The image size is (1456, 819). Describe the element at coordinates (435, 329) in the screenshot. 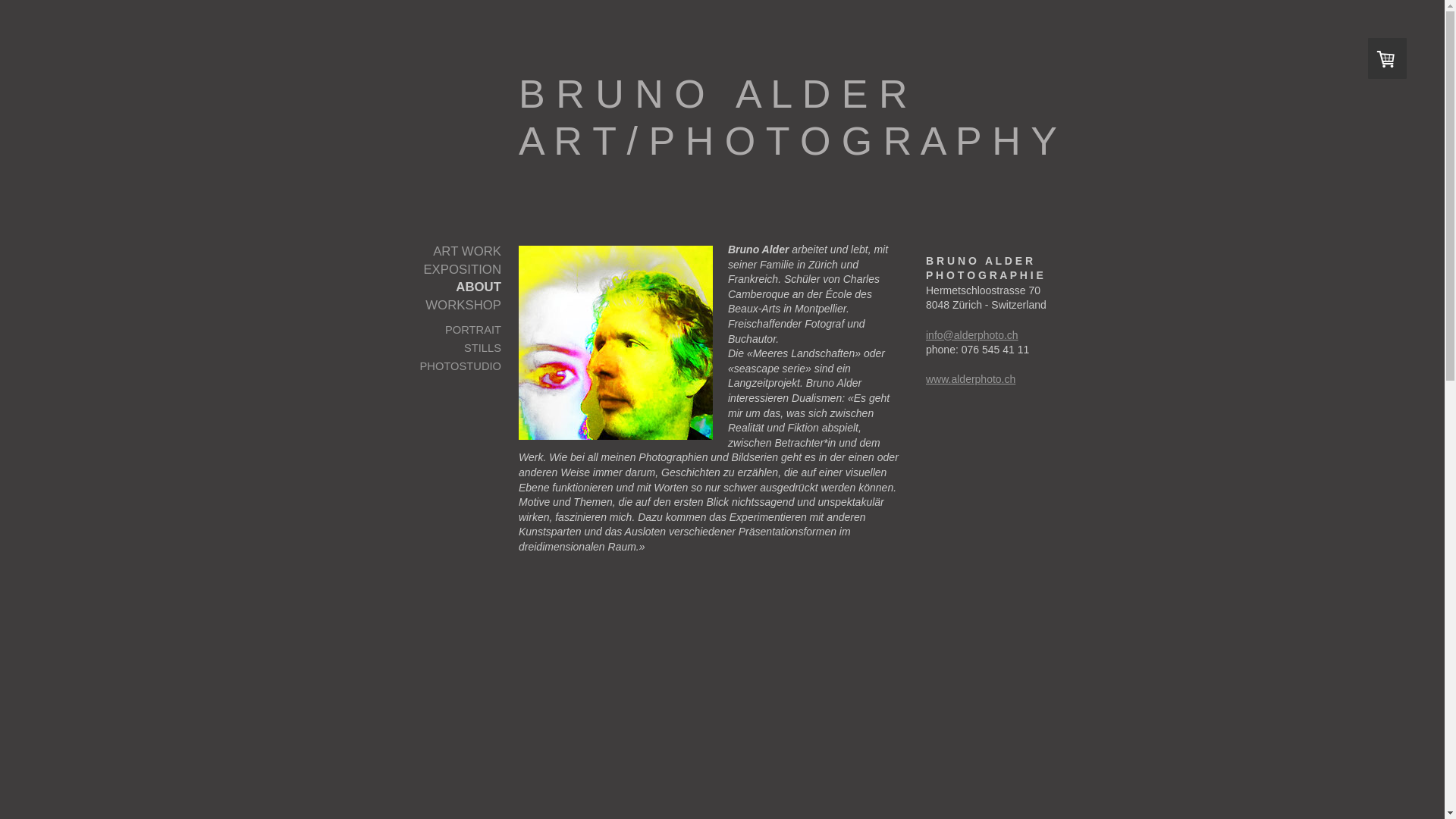

I see `'PORTRAIT'` at that location.